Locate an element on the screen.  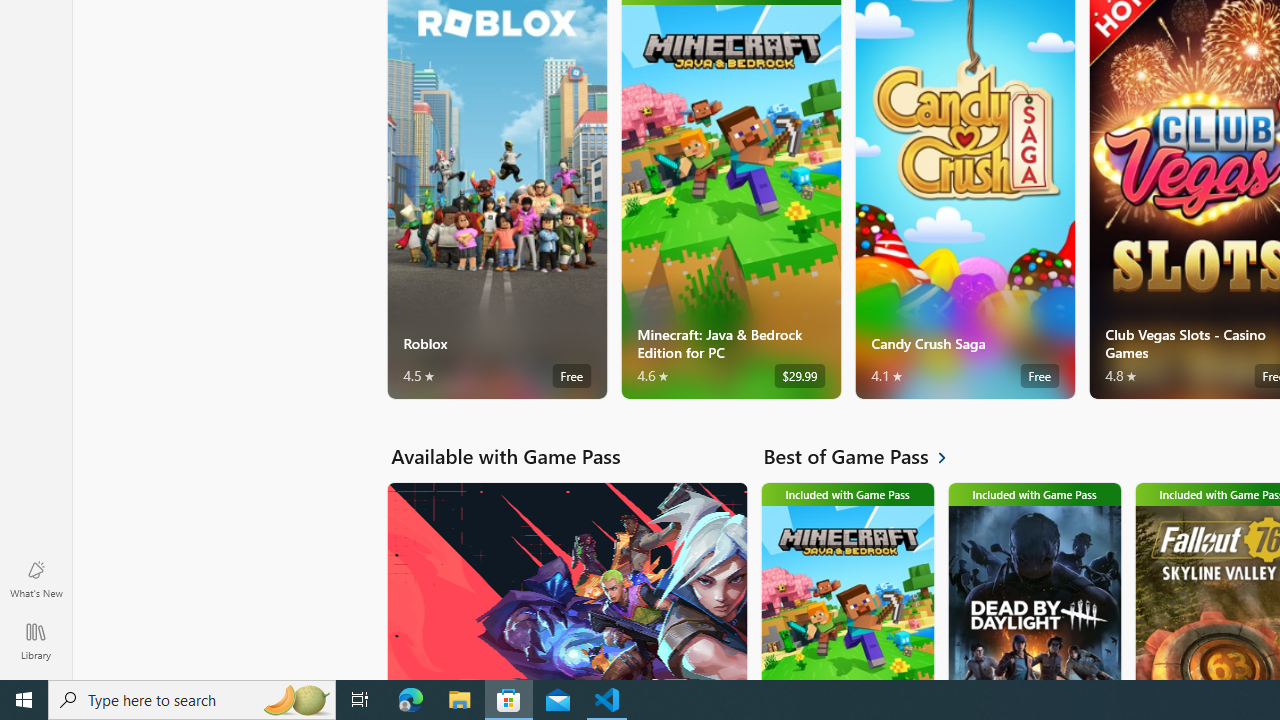
'What' is located at coordinates (35, 578).